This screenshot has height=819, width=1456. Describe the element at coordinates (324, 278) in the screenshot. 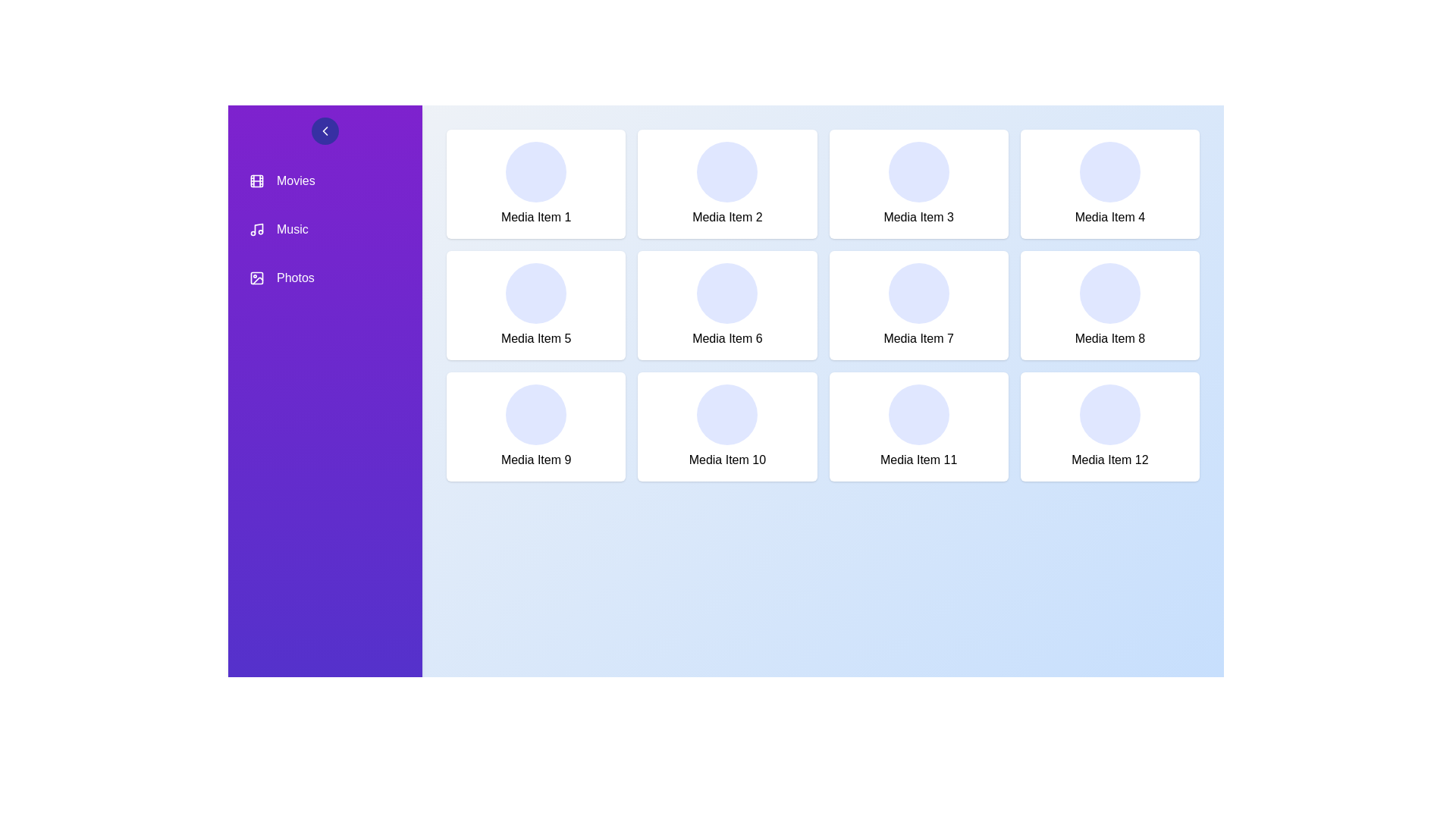

I see `the navigation item Photos in the sidebar` at that location.